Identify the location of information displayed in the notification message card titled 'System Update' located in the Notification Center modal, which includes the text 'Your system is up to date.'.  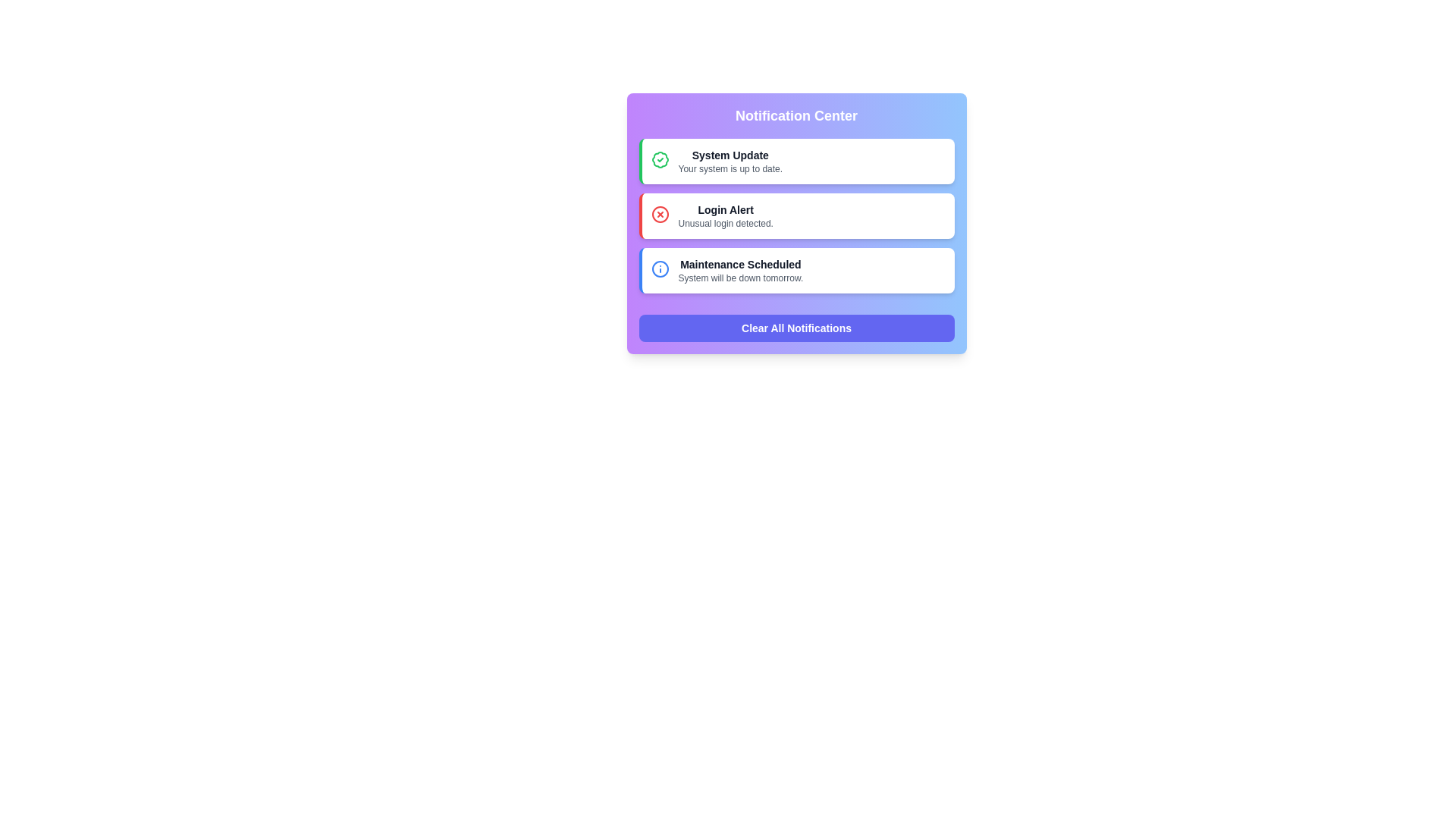
(730, 161).